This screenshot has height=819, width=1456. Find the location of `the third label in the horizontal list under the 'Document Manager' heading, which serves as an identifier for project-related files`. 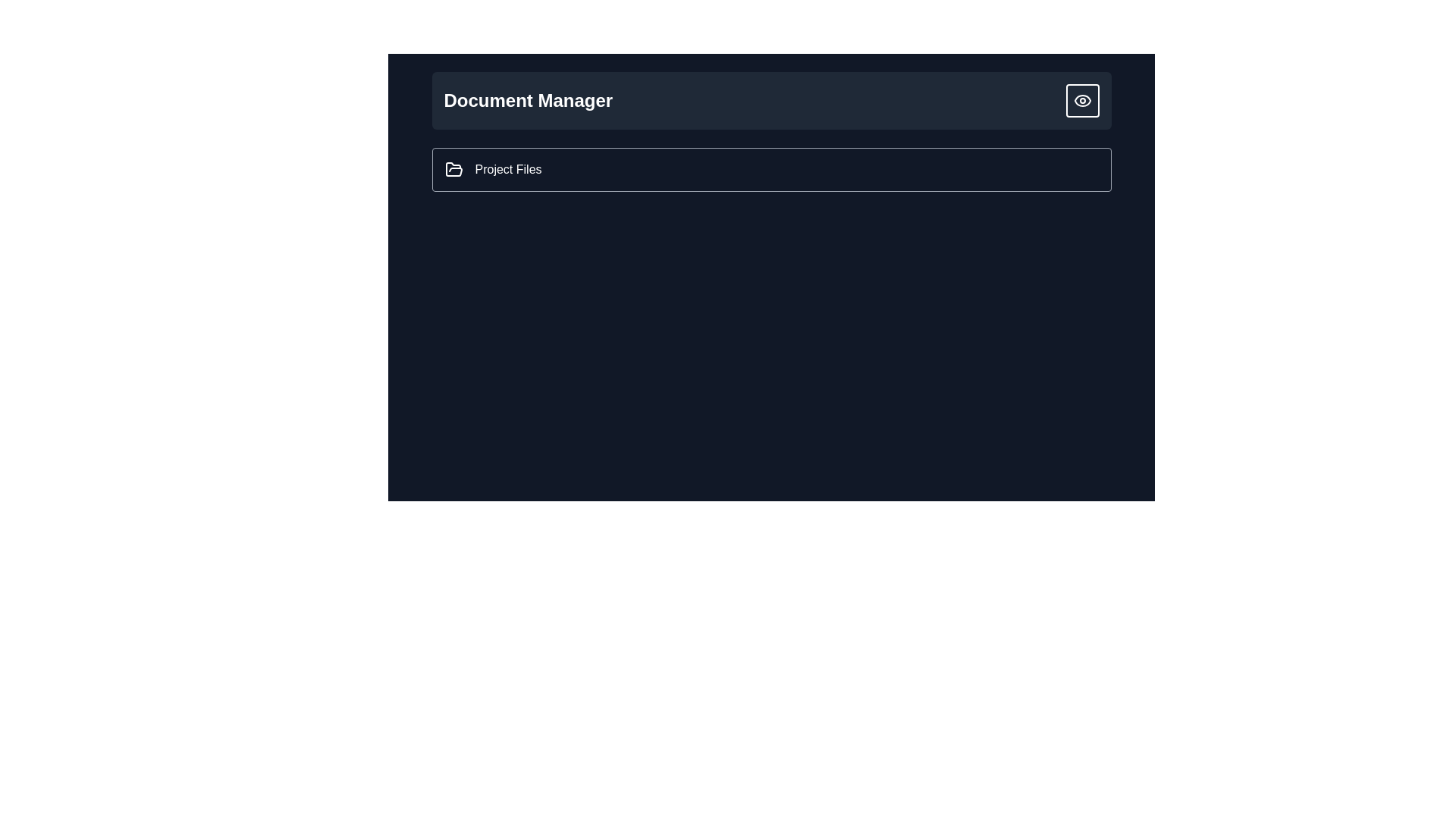

the third label in the horizontal list under the 'Document Manager' heading, which serves as an identifier for project-related files is located at coordinates (508, 169).